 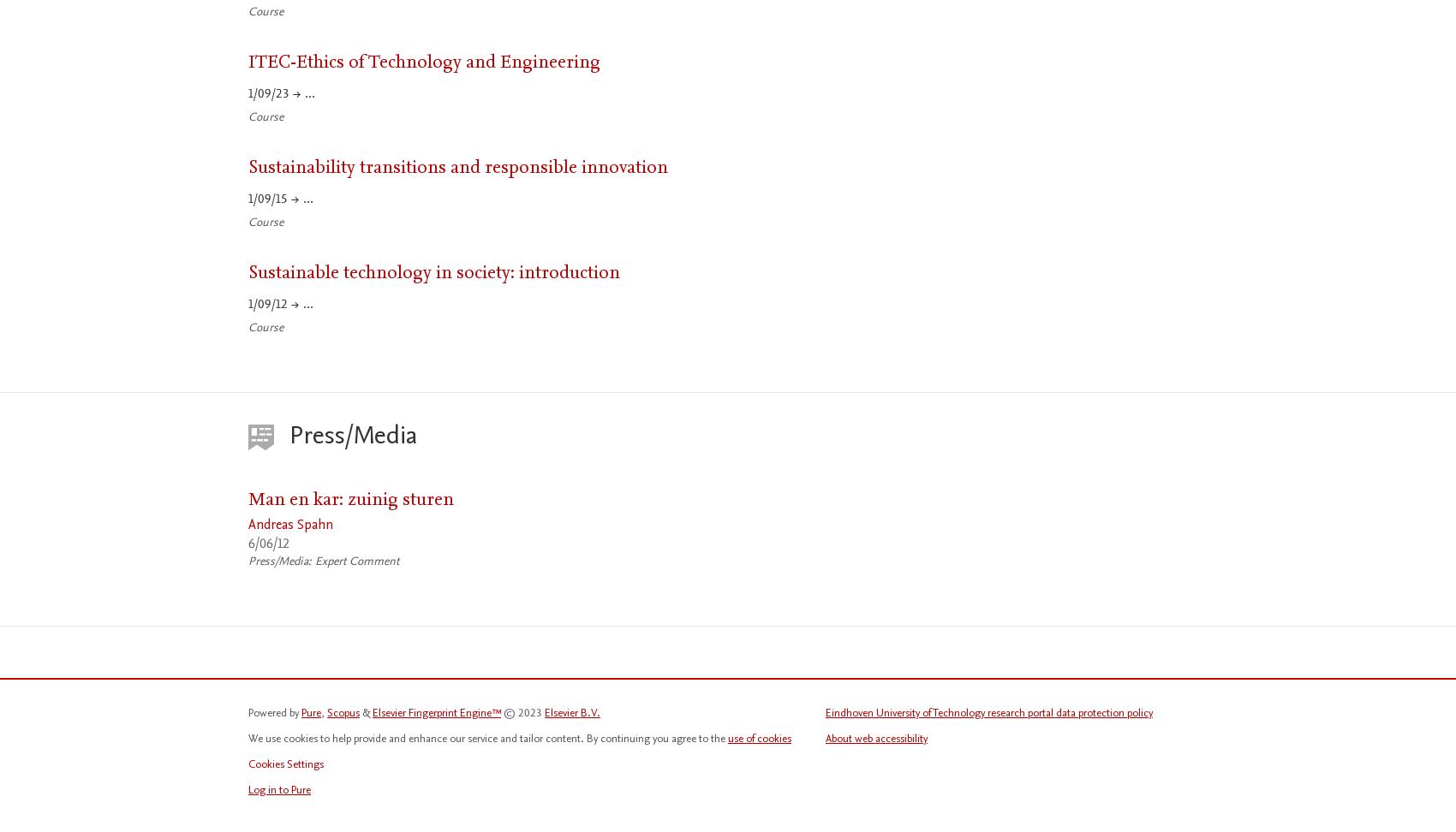 I want to click on '&', so click(x=359, y=711).